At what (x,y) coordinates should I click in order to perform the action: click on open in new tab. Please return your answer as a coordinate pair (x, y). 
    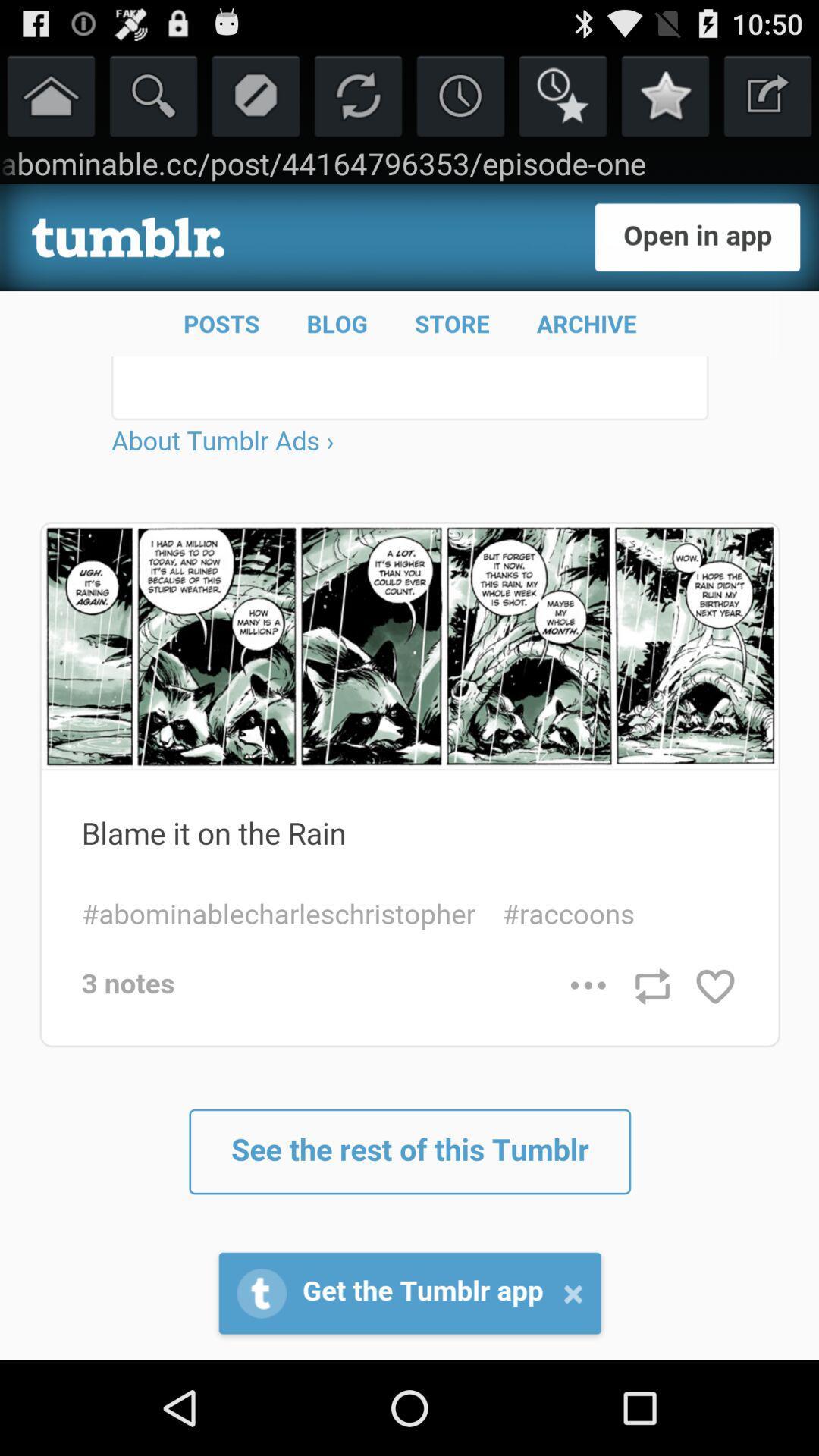
    Looking at the image, I should click on (767, 94).